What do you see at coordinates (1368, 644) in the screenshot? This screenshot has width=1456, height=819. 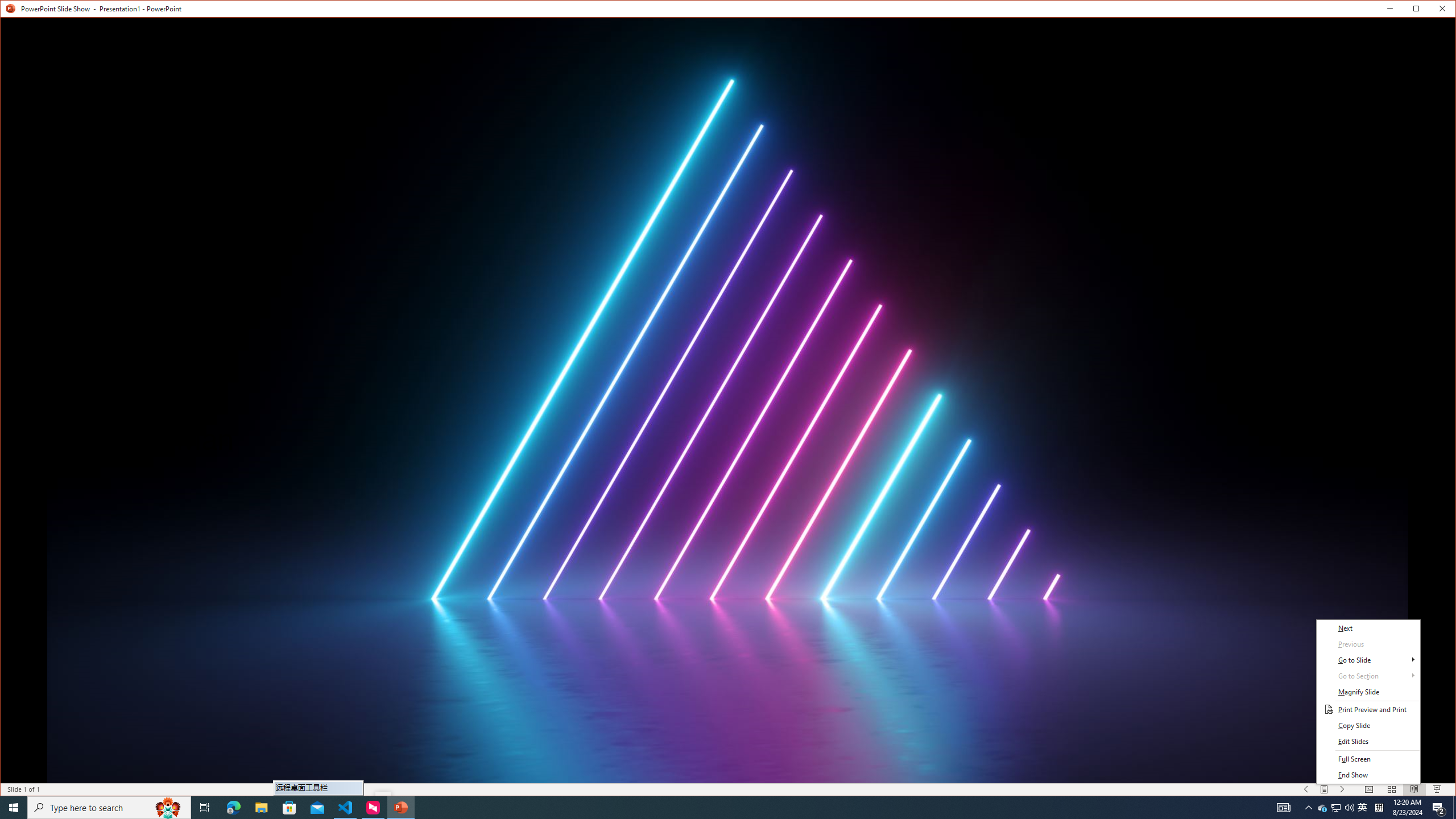 I see `'Previous'` at bounding box center [1368, 644].